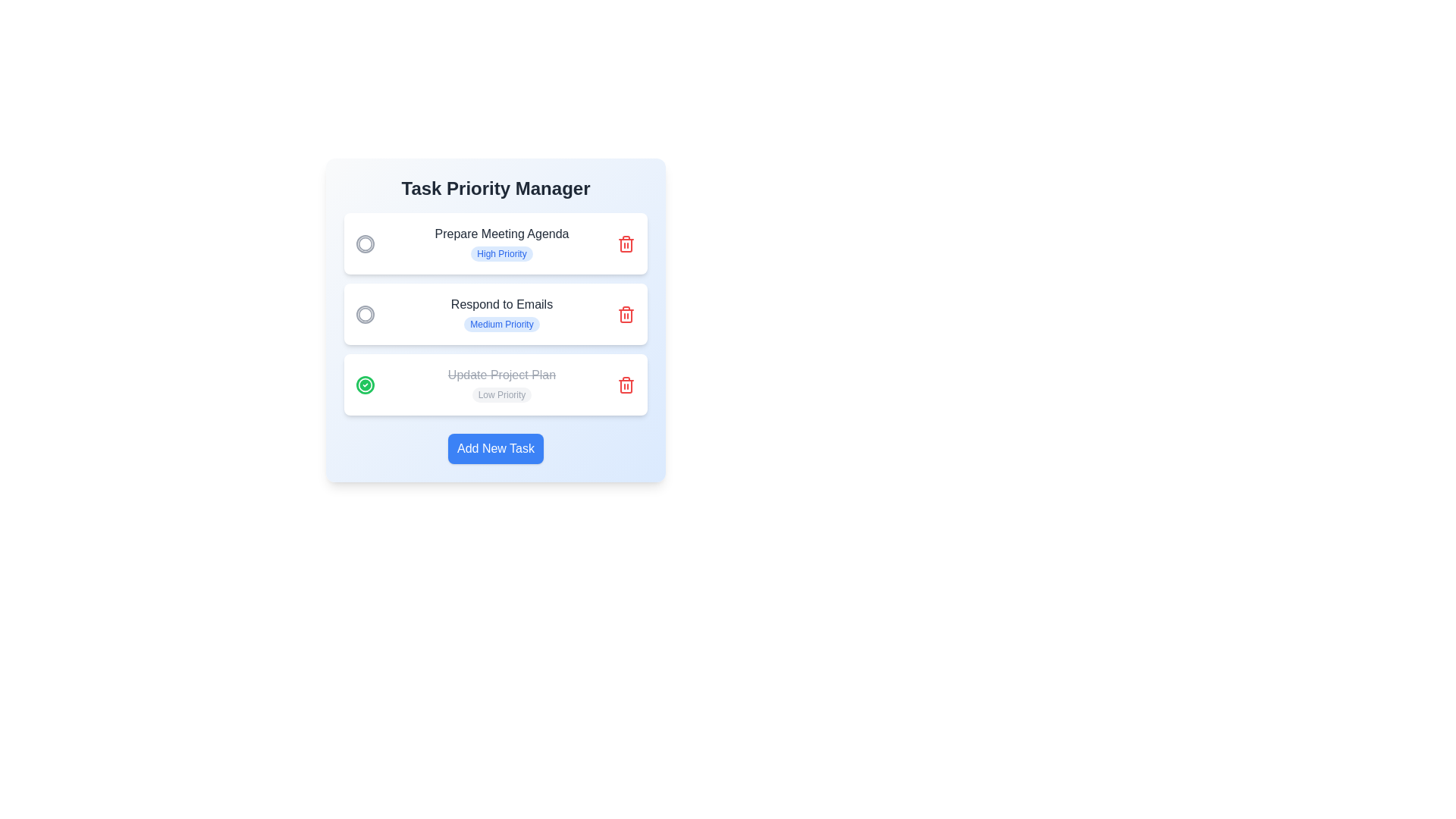  Describe the element at coordinates (502, 313) in the screenshot. I see `the 'Respond to Emails' task item, which has a primary text in dark gray and a secondary text 'Medium Priority' in white on a blue background` at that location.